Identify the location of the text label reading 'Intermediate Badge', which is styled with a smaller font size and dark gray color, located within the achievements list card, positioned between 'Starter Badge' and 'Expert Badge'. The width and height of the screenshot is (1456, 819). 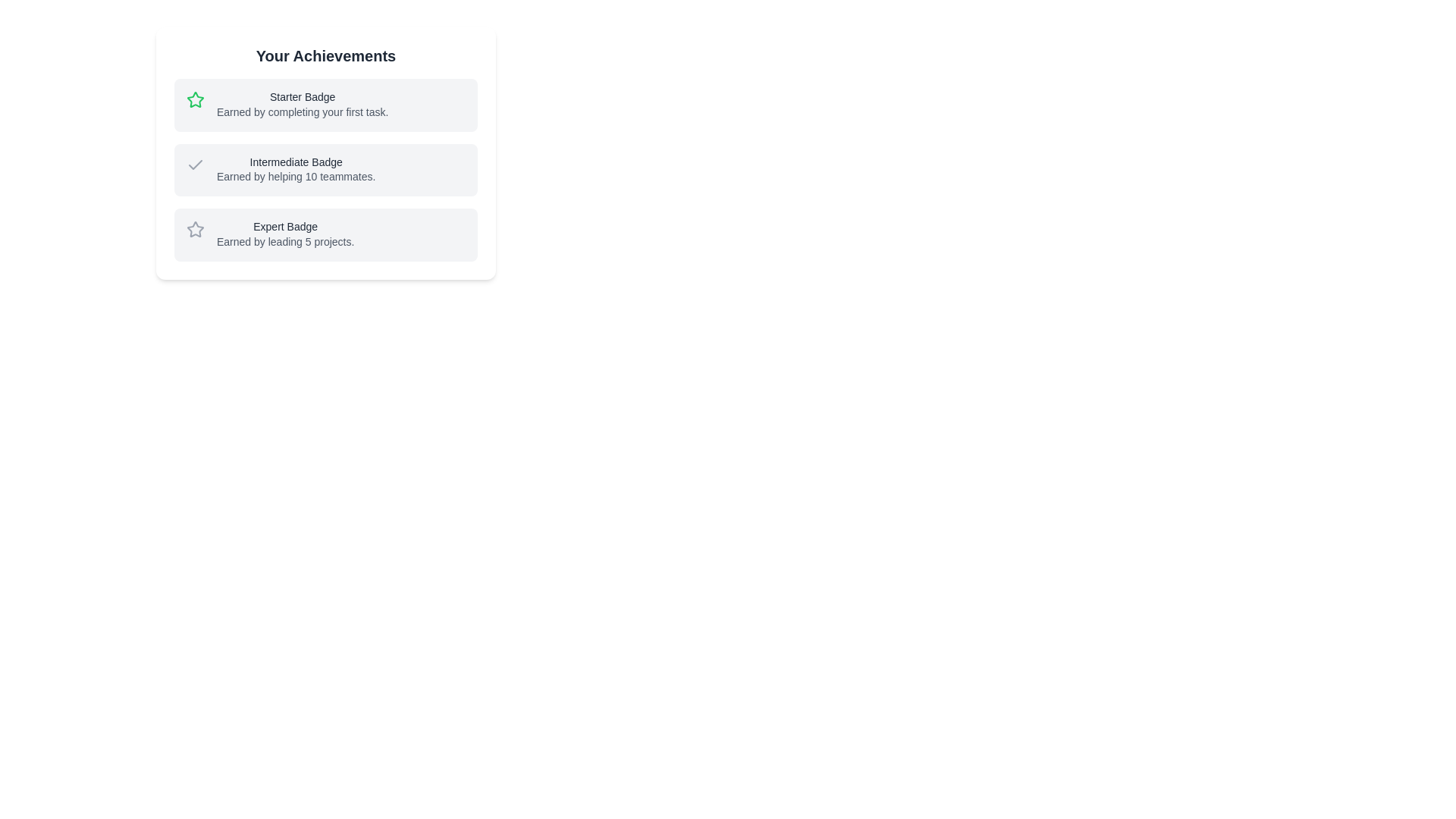
(296, 162).